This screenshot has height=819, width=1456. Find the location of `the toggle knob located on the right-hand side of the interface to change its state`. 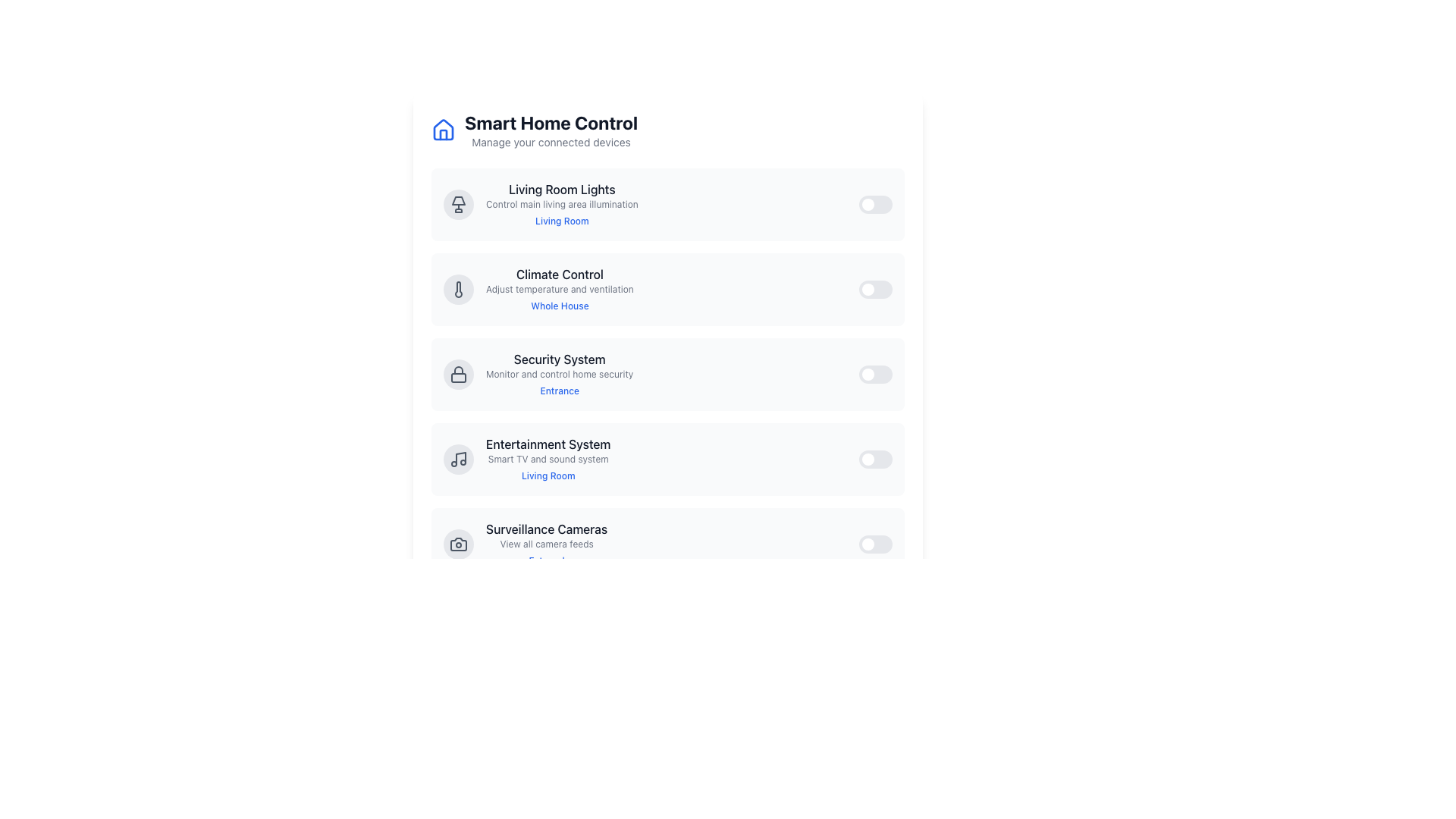

the toggle knob located on the right-hand side of the interface to change its state is located at coordinates (868, 629).